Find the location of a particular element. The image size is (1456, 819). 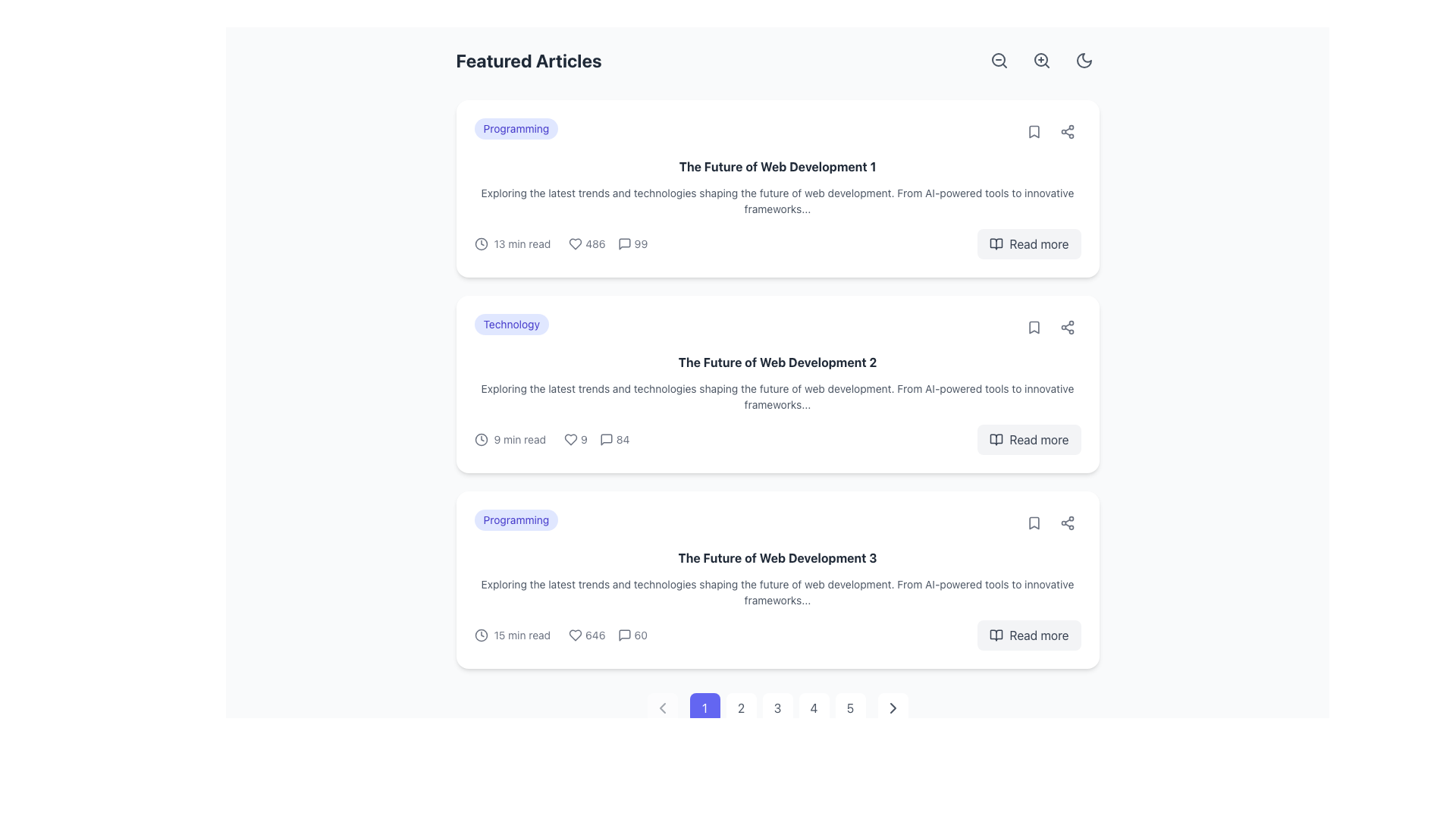

the Text Label that serves as the main title for the third content card, centrally located at the top of the card is located at coordinates (777, 558).